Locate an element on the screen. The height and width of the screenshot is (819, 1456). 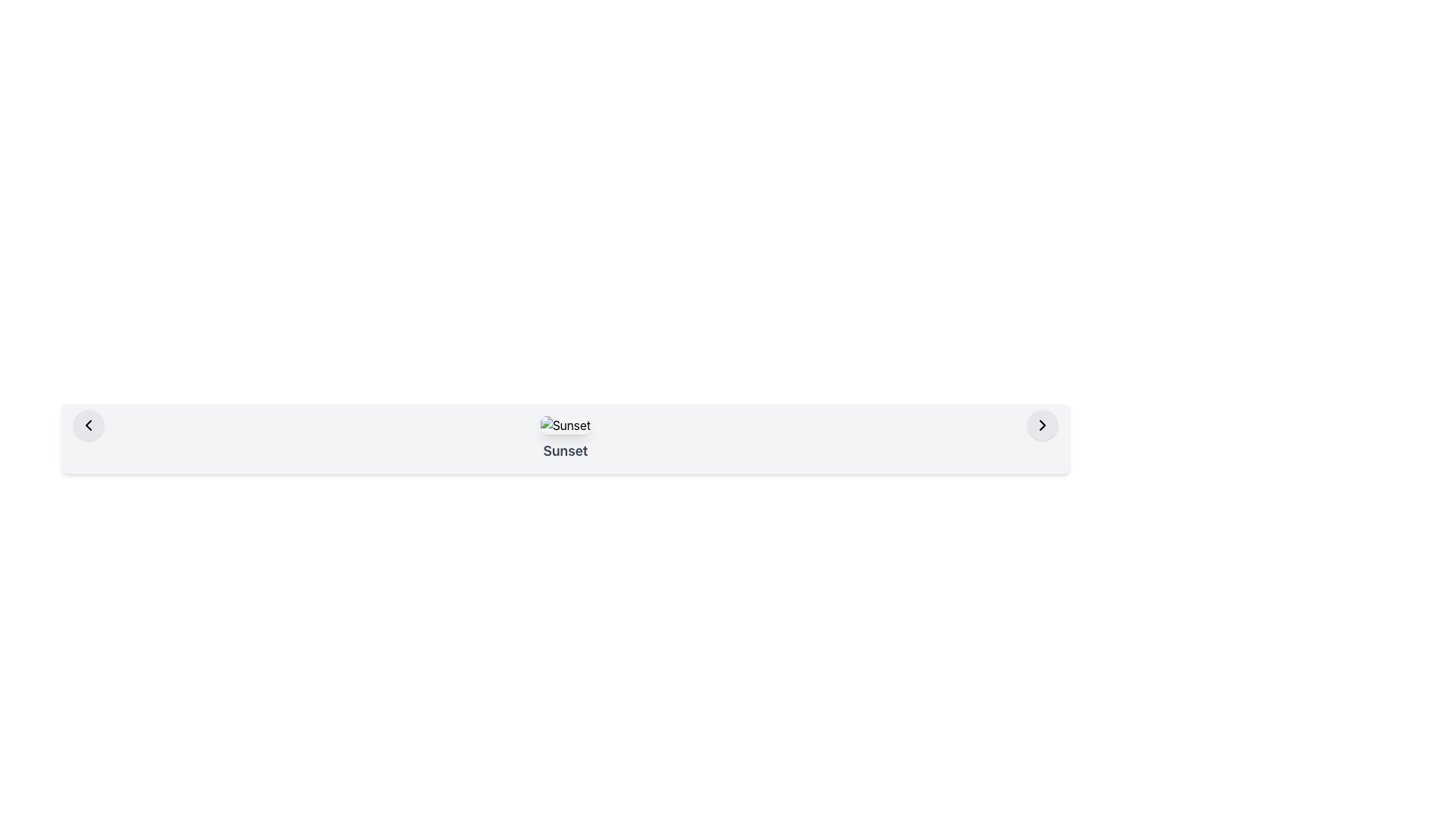
the leftward-facing chevron icon encased in a circular button with a light gray background to observe any hover effects is located at coordinates (87, 425).